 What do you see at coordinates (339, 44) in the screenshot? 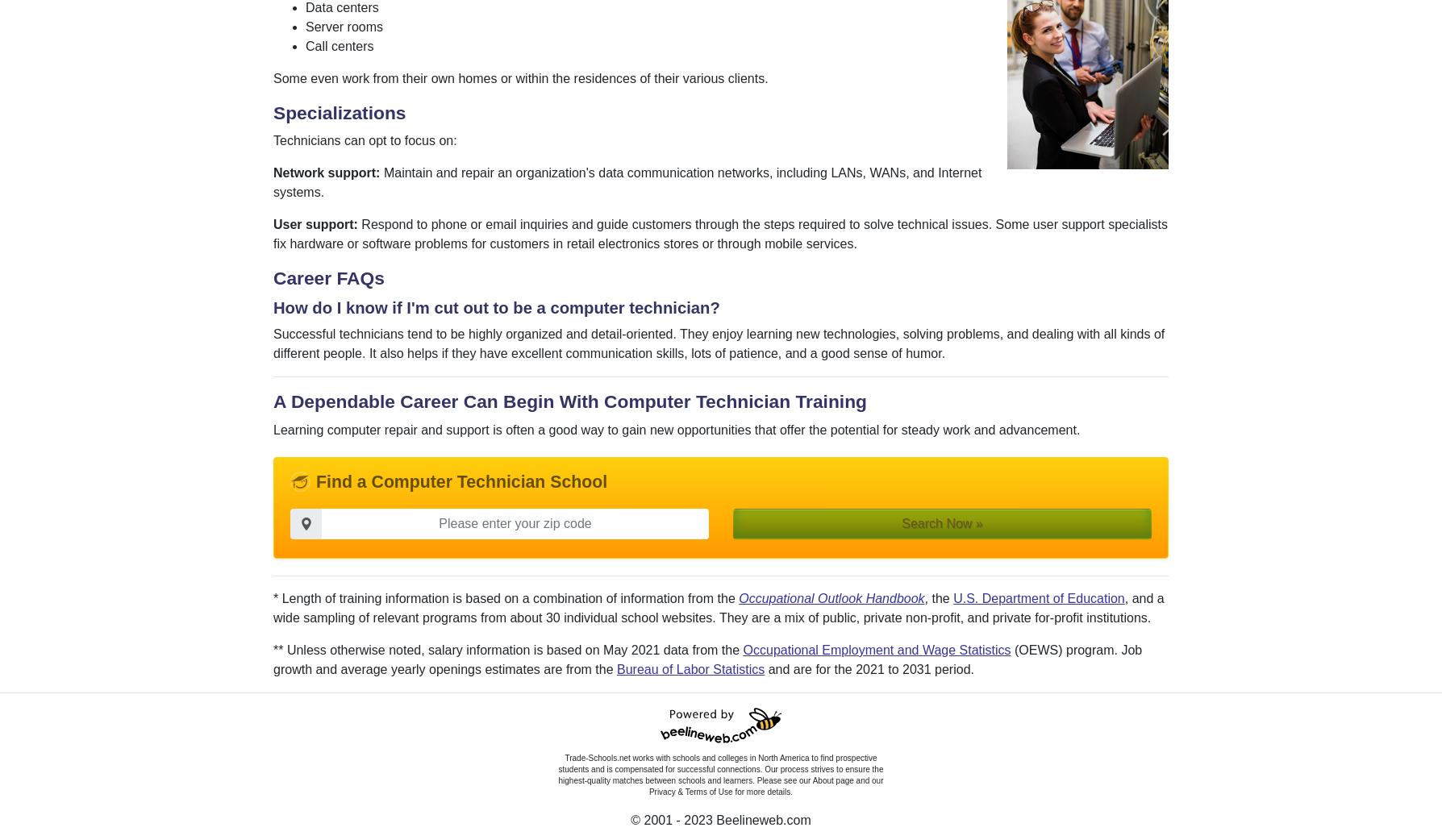
I see `'Call centers'` at bounding box center [339, 44].